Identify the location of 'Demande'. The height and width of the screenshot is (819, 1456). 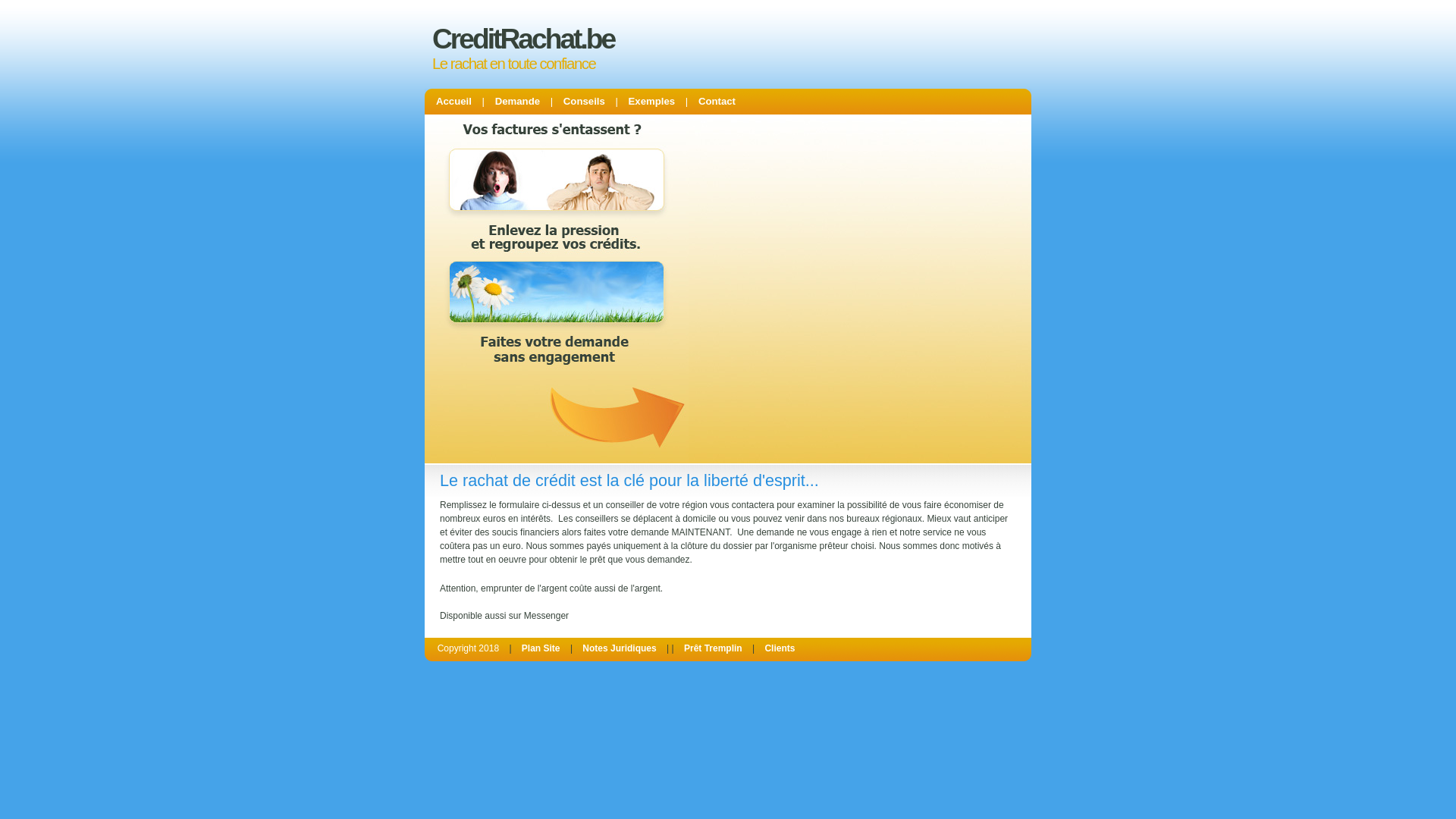
(517, 101).